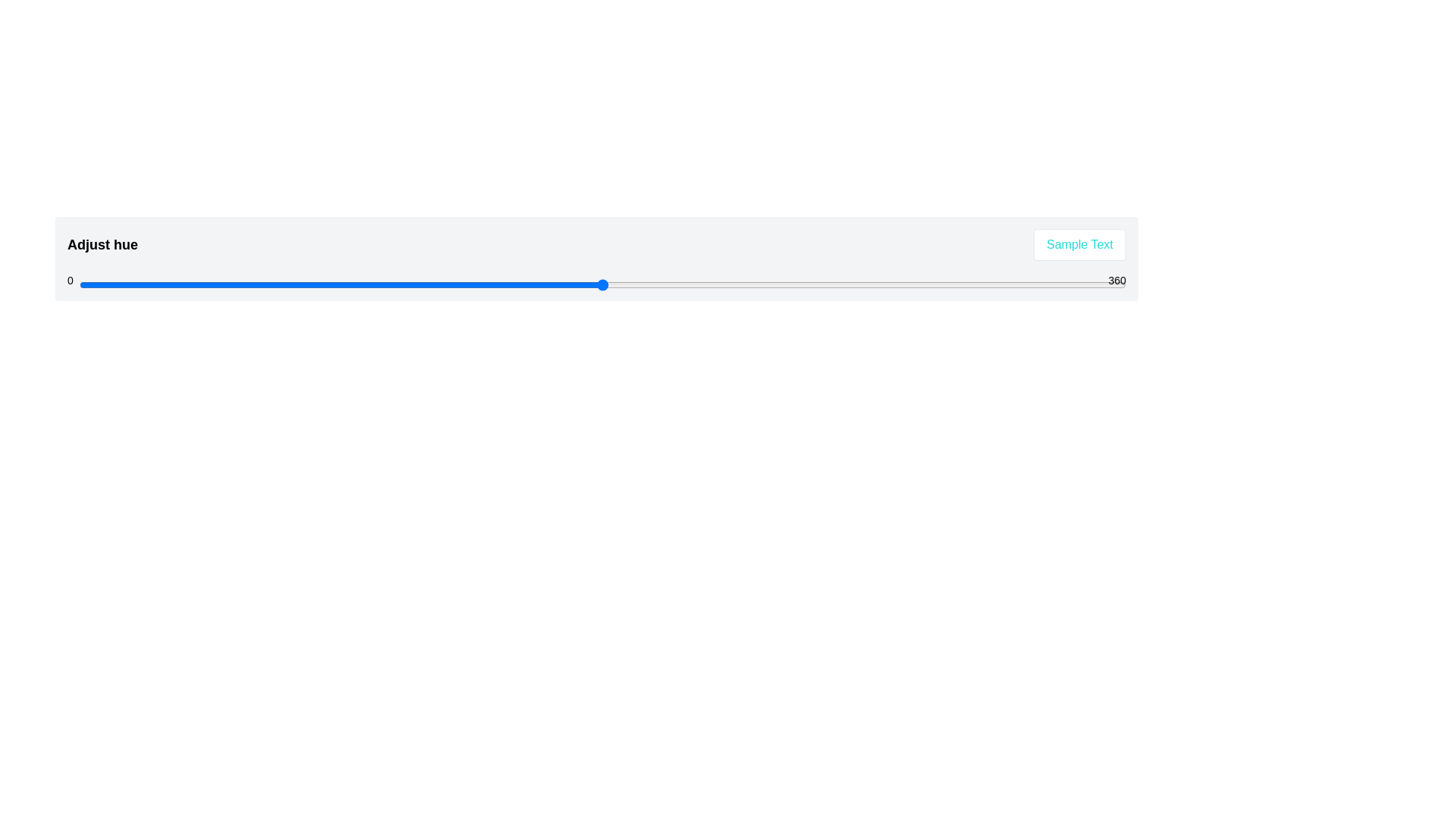 Image resolution: width=1456 pixels, height=819 pixels. I want to click on the hue slider to a value of 233, so click(757, 284).